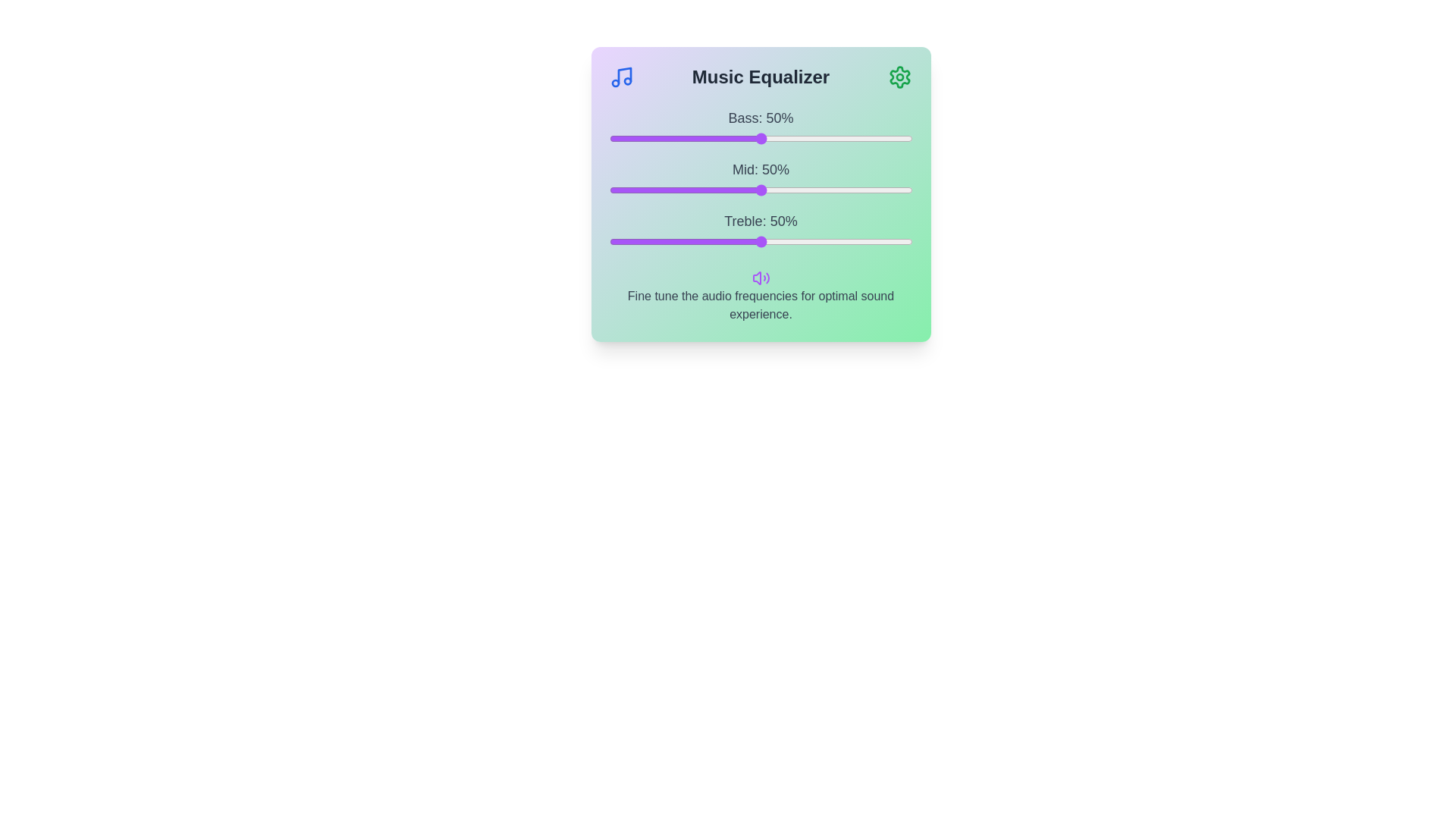 This screenshot has width=1456, height=819. Describe the element at coordinates (693, 138) in the screenshot. I see `the bass slider to 28%` at that location.